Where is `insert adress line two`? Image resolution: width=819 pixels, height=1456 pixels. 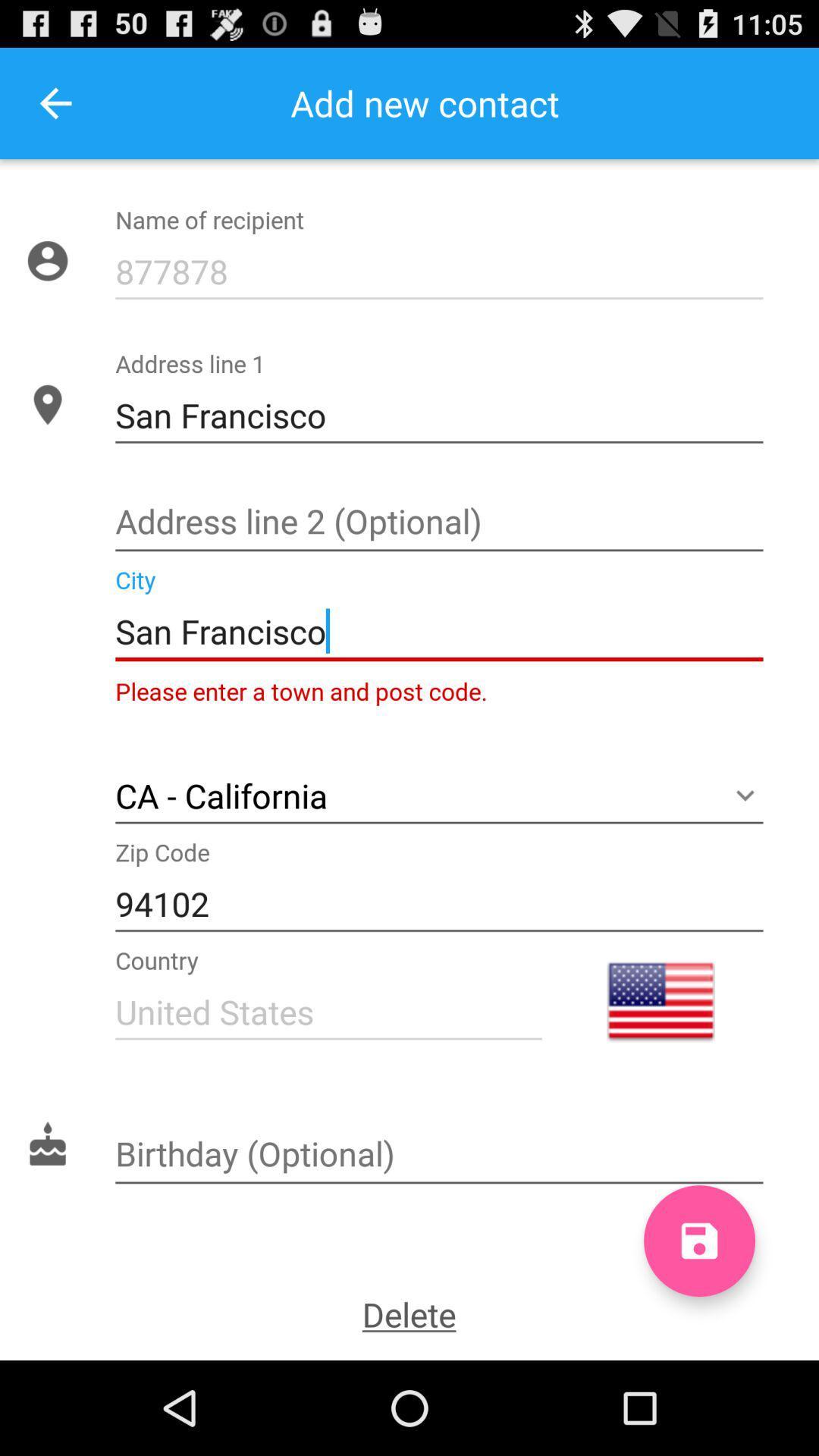
insert adress line two is located at coordinates (439, 523).